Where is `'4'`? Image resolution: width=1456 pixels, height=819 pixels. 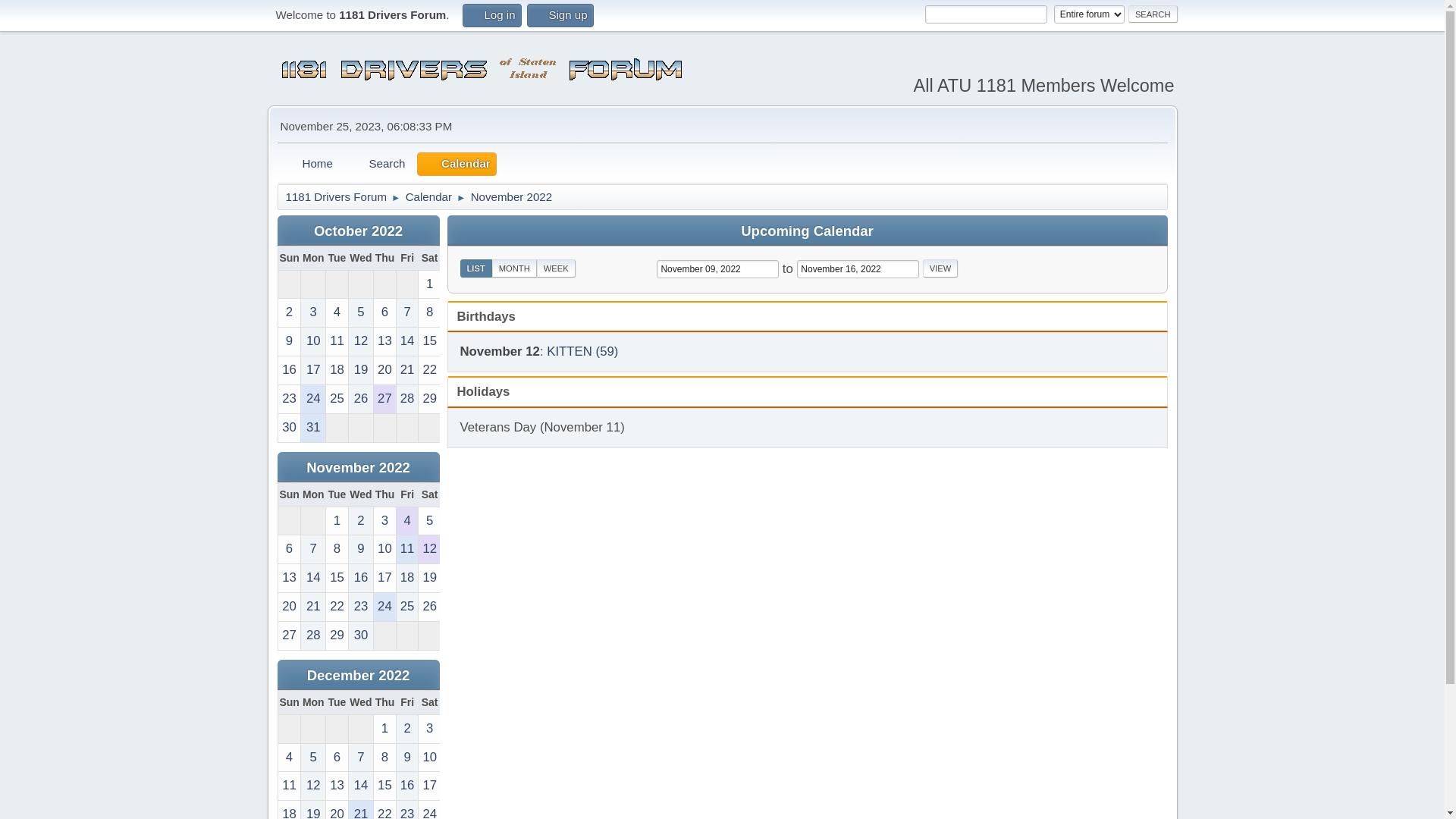 '4' is located at coordinates (397, 520).